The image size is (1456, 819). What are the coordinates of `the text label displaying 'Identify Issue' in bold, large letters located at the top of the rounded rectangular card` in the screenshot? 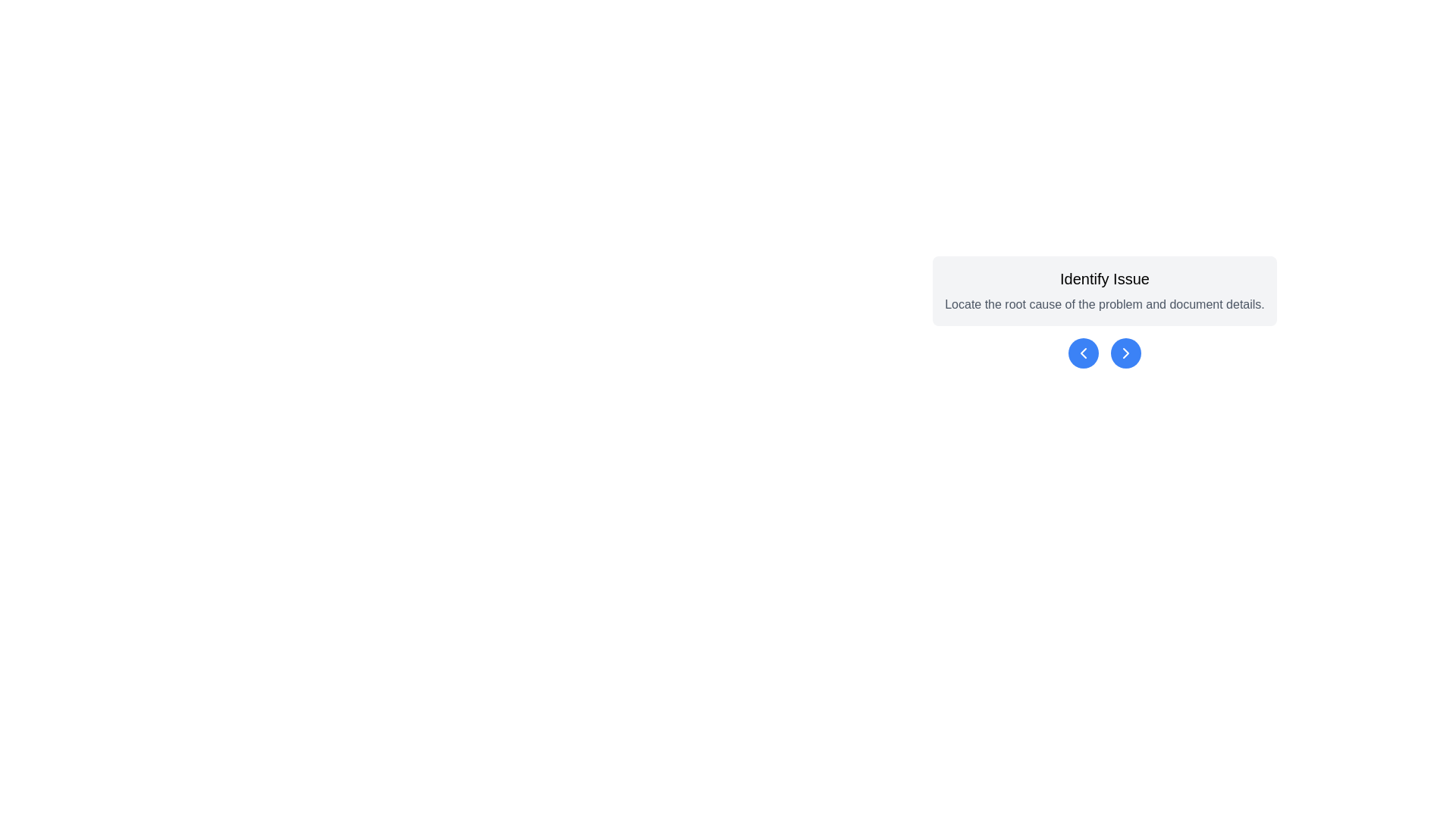 It's located at (1104, 278).